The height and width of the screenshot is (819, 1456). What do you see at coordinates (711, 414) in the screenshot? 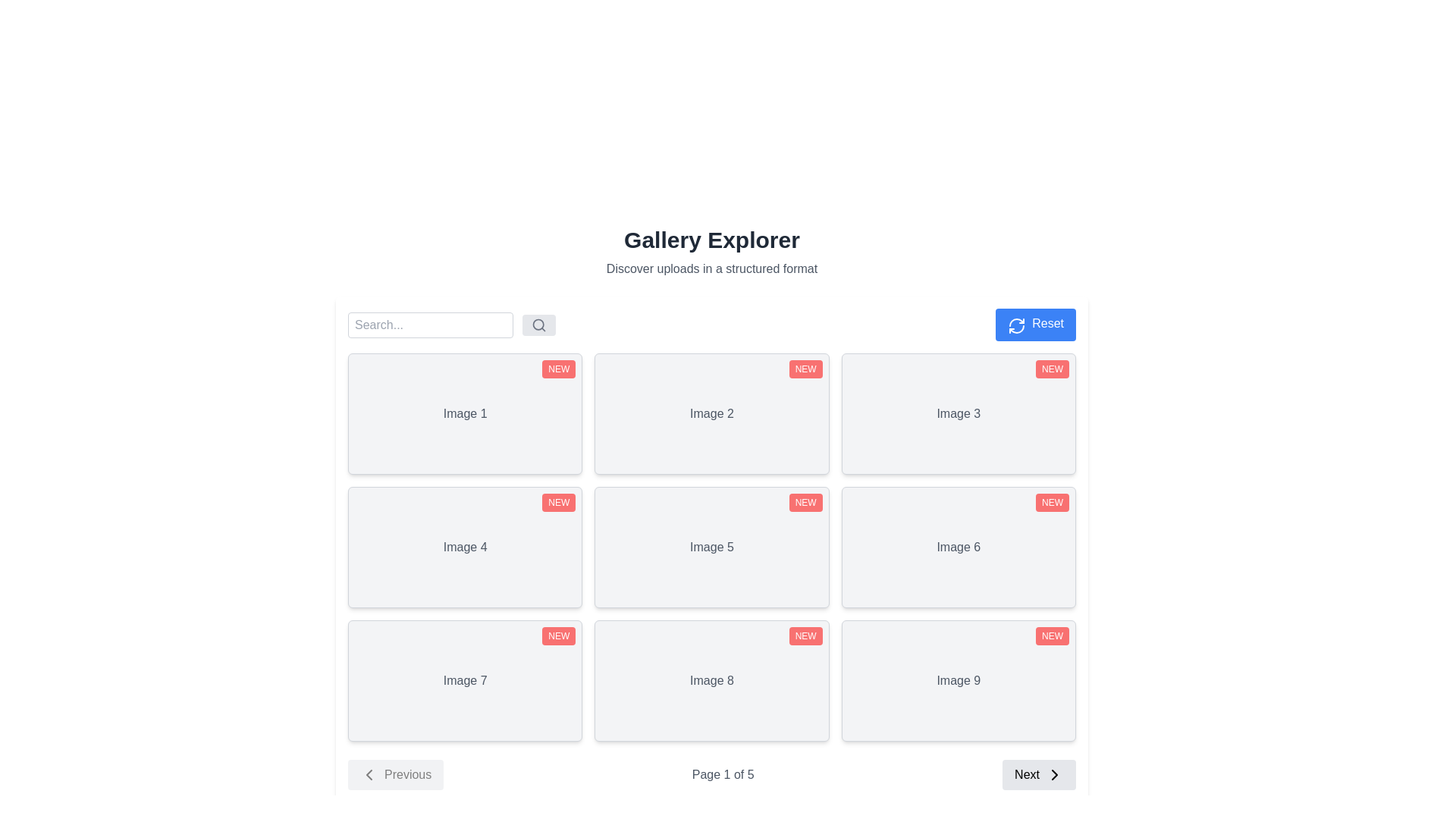
I see `text label associated with the card labeled 'Image 2', which is located in the second column of the first row in a 3x3 grid layout` at bounding box center [711, 414].